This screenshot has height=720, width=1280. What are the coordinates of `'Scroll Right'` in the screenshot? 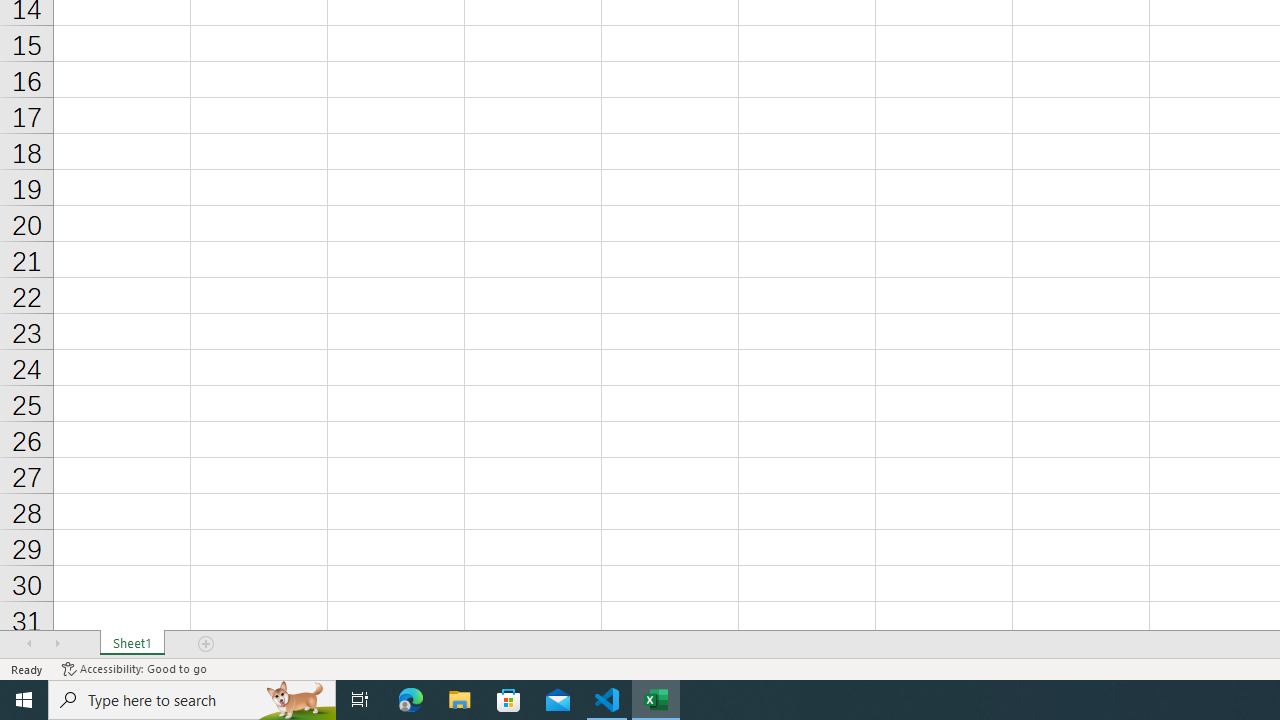 It's located at (57, 644).